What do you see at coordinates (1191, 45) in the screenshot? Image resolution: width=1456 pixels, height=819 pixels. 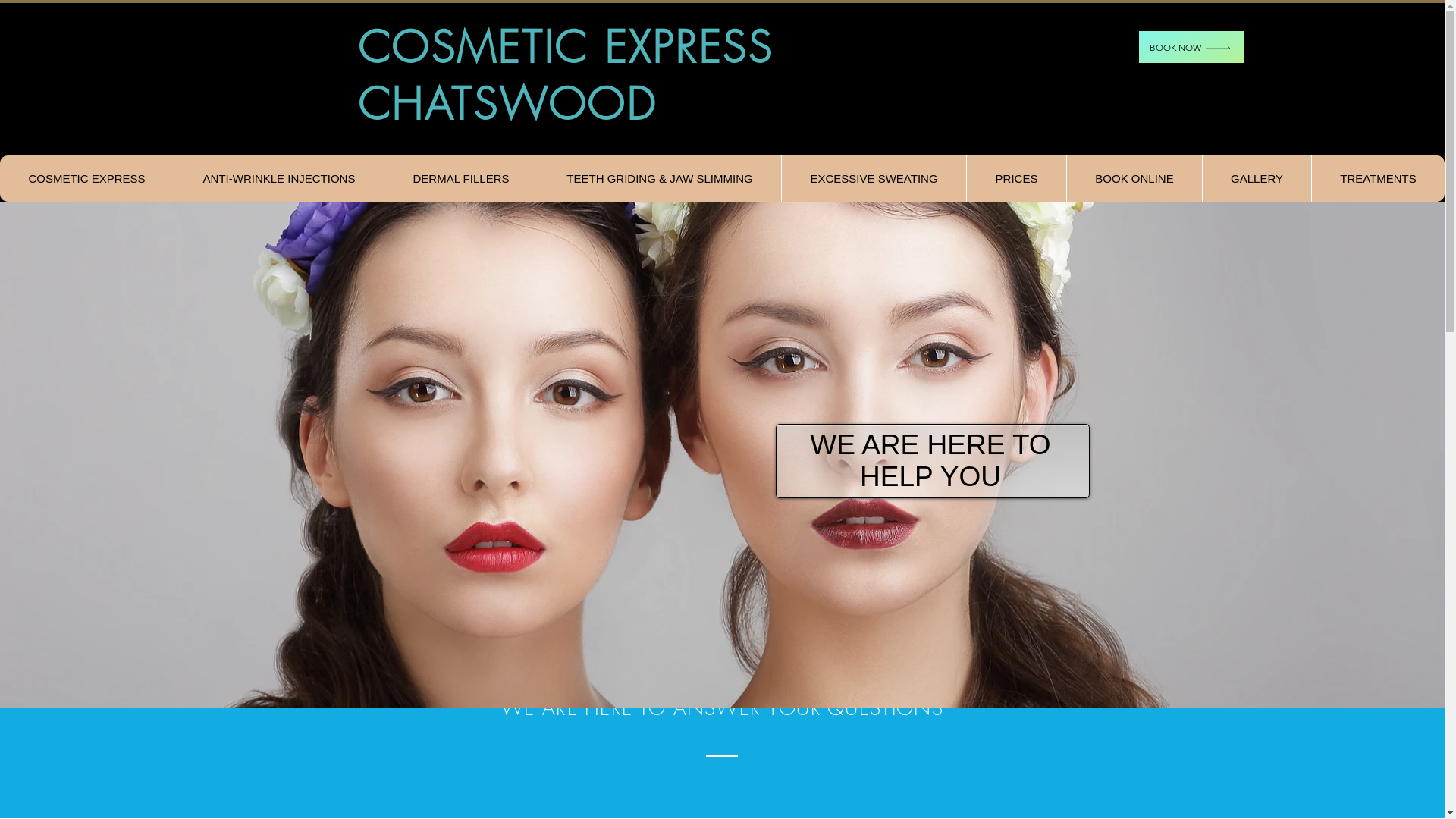 I see `'BOOK NOW'` at bounding box center [1191, 45].